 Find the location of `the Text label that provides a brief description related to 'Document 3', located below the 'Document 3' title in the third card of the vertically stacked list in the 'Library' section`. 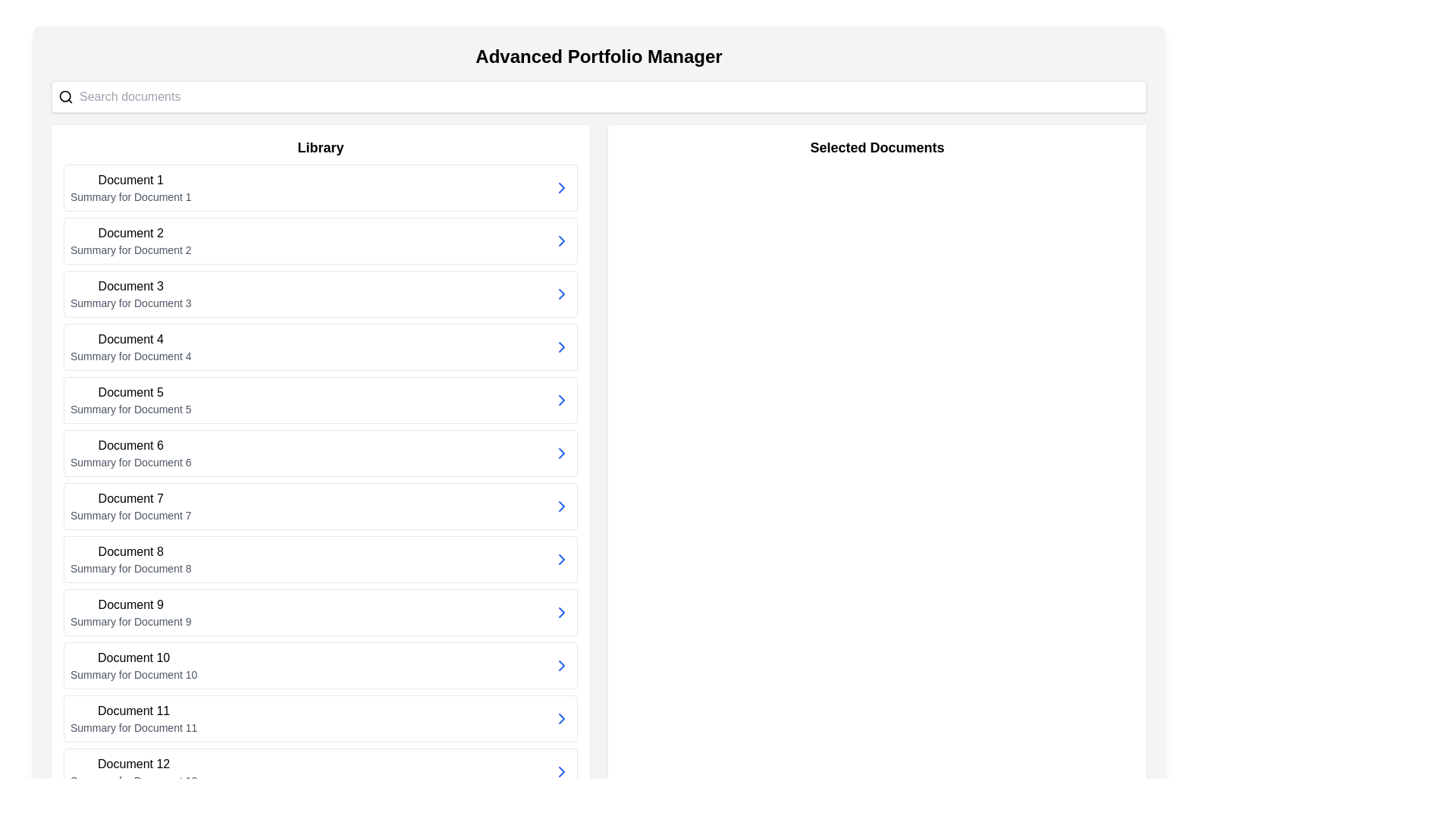

the Text label that provides a brief description related to 'Document 3', located below the 'Document 3' title in the third card of the vertically stacked list in the 'Library' section is located at coordinates (130, 303).